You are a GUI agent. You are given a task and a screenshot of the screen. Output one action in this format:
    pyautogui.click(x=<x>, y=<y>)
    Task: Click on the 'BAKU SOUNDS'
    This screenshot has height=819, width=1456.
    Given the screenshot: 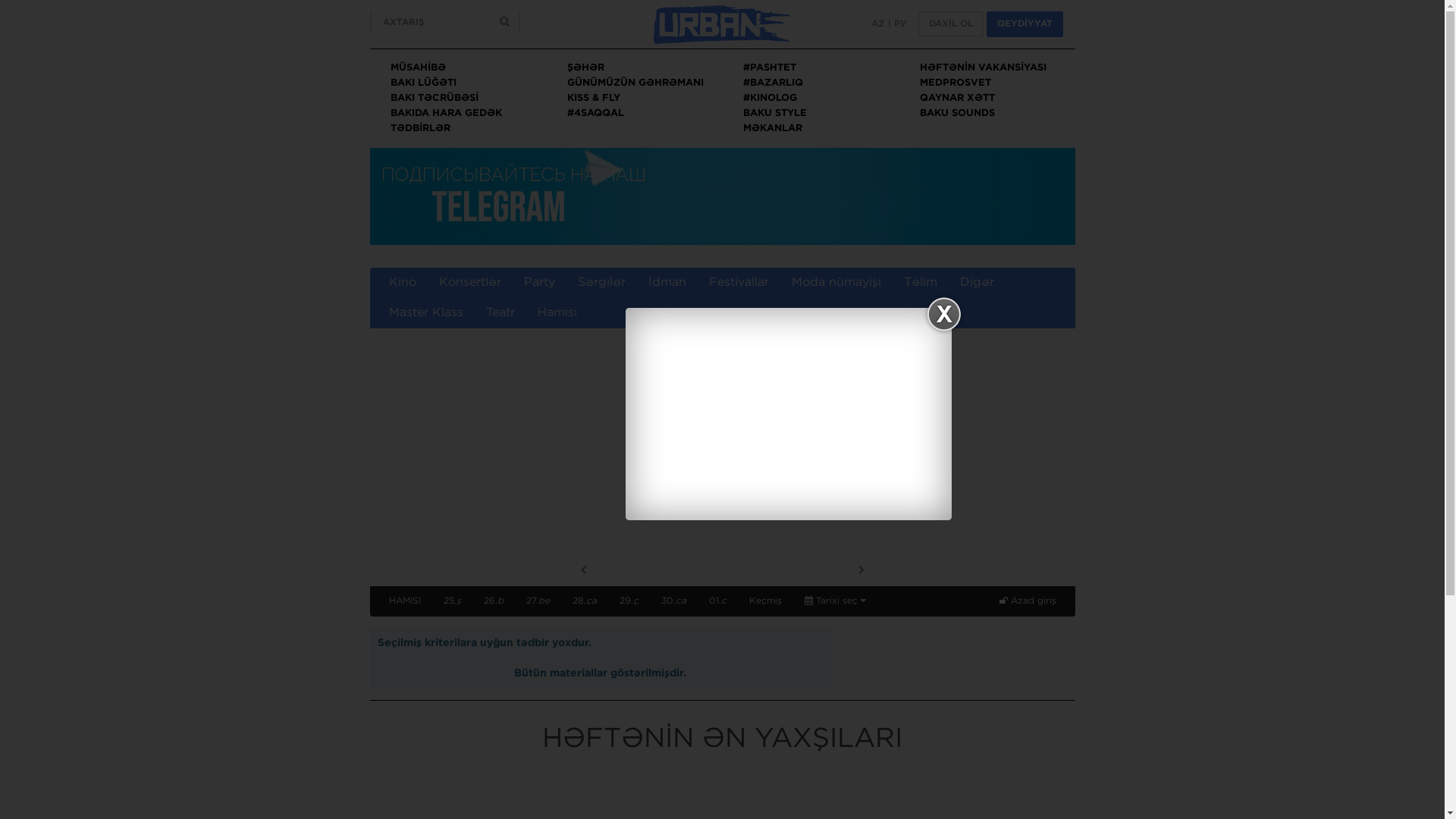 What is the action you would take?
    pyautogui.click(x=956, y=112)
    